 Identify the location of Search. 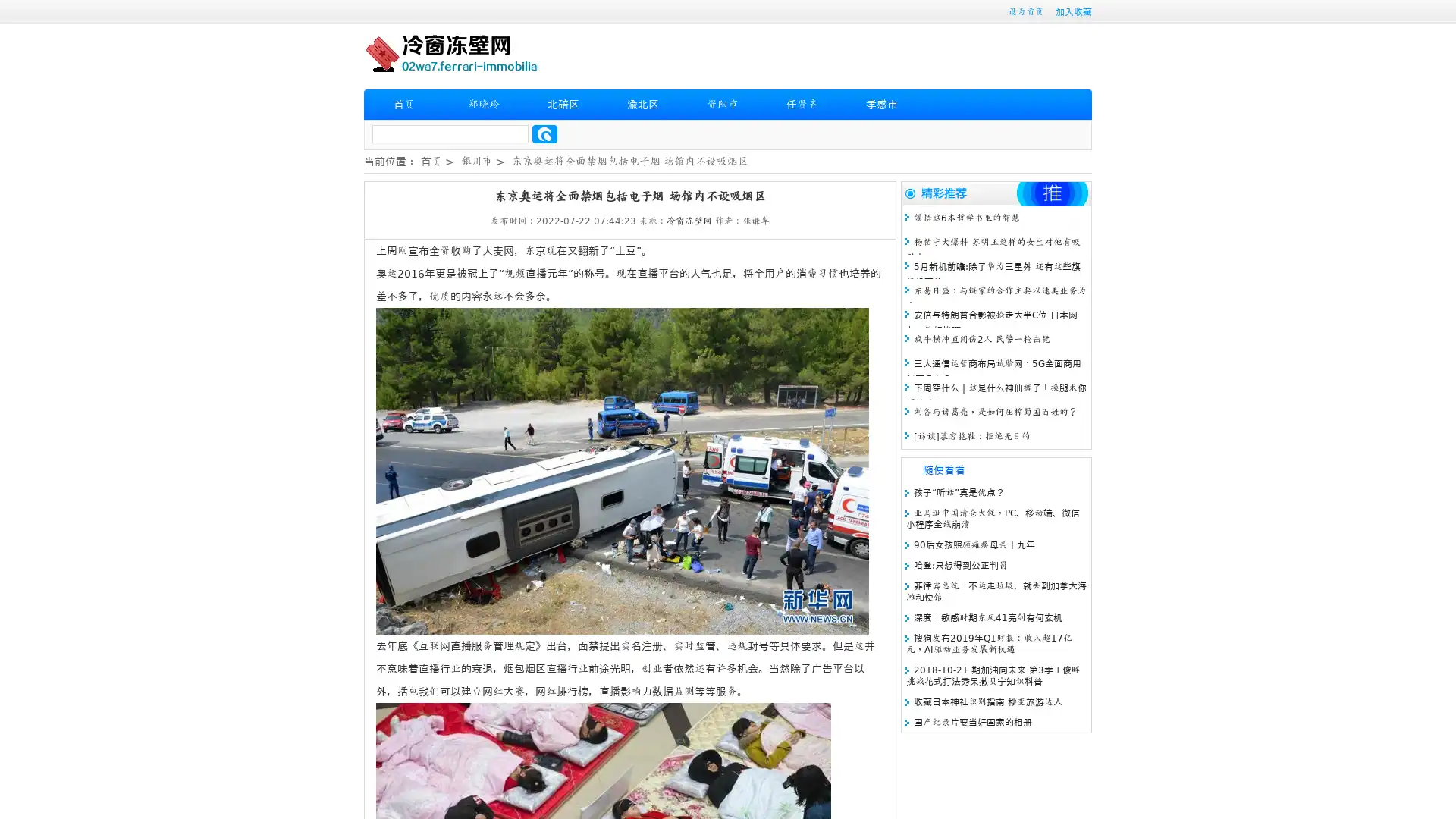
(544, 133).